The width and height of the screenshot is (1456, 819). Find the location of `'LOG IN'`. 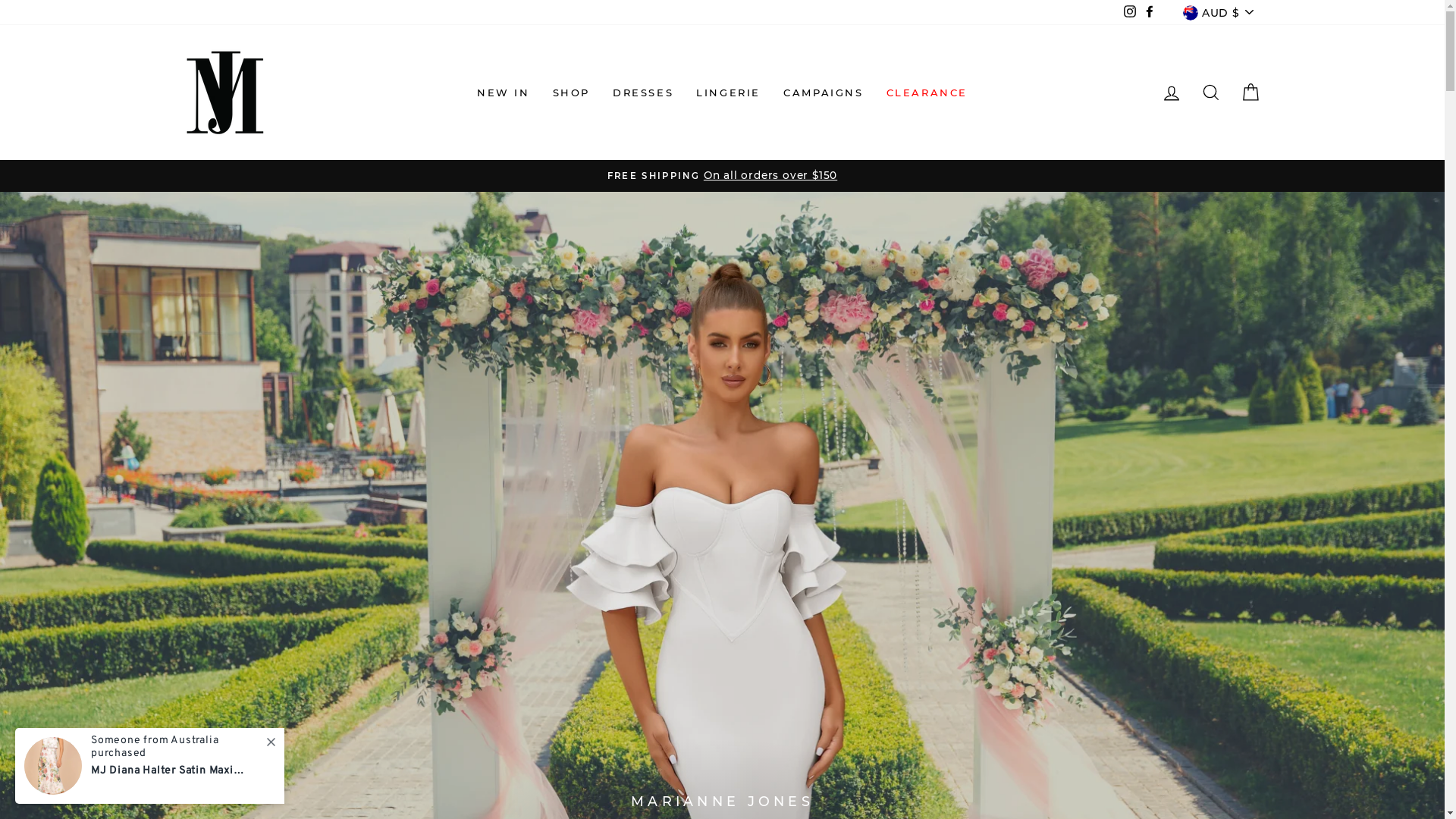

'LOG IN' is located at coordinates (1170, 93).